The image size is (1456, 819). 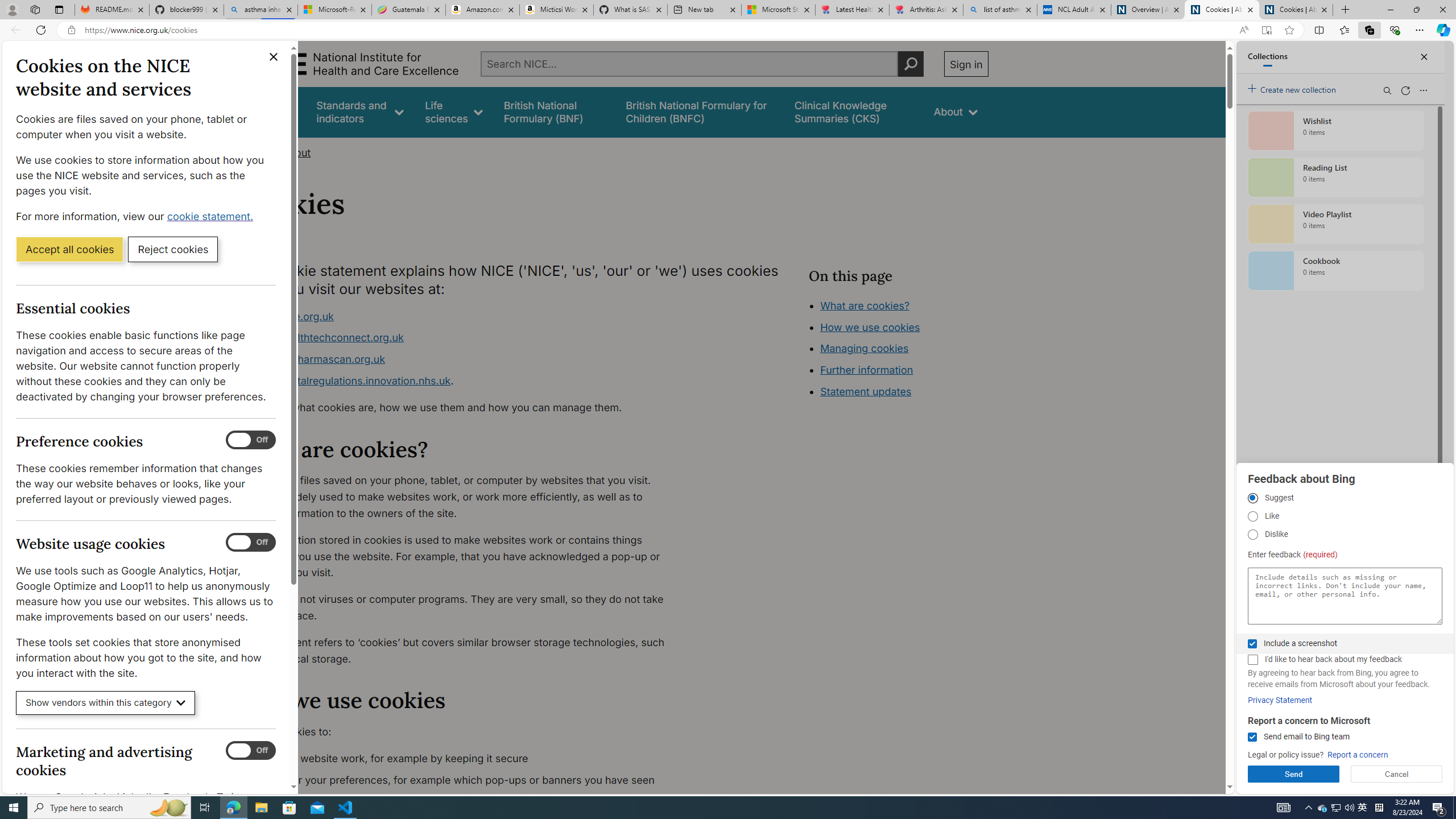 I want to click on 'Privacy Statement', so click(x=1280, y=700).